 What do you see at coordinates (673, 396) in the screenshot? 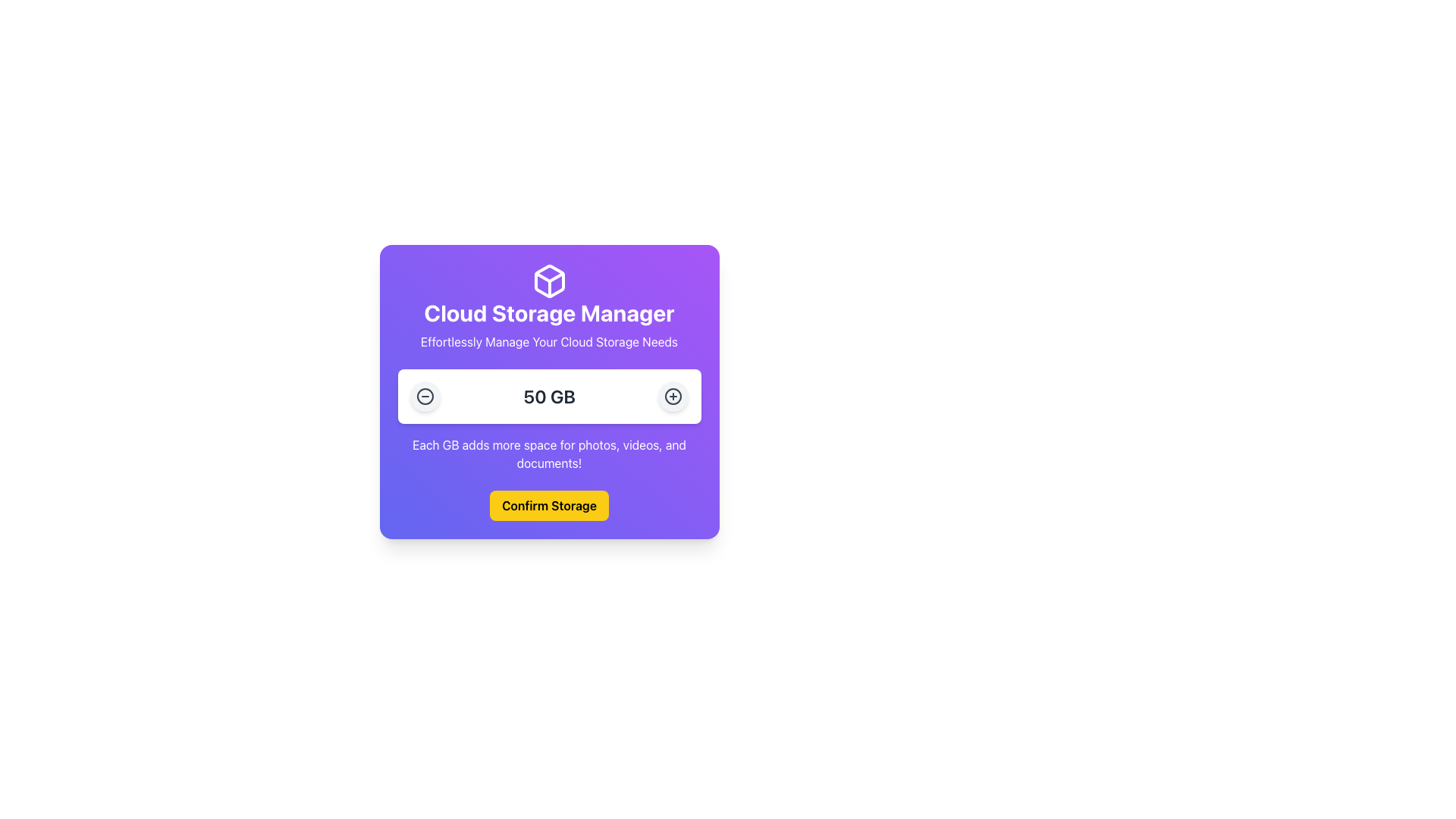
I see `the increase cloud storage button located on the far right side of the layout next to the 50 GB text` at bounding box center [673, 396].